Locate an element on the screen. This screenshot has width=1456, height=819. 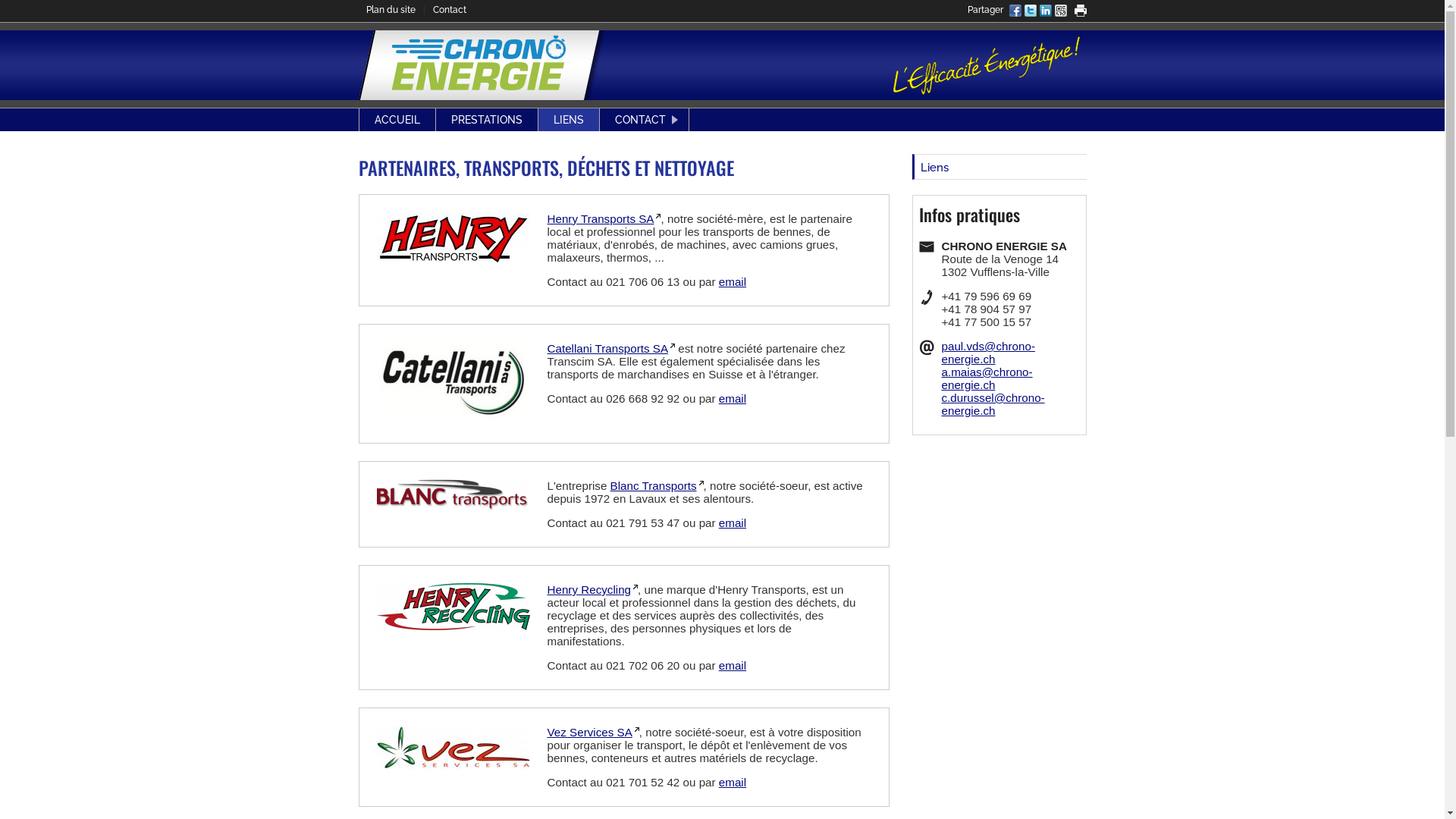
'c.durussel@chrono-energie.ch' is located at coordinates (993, 403).